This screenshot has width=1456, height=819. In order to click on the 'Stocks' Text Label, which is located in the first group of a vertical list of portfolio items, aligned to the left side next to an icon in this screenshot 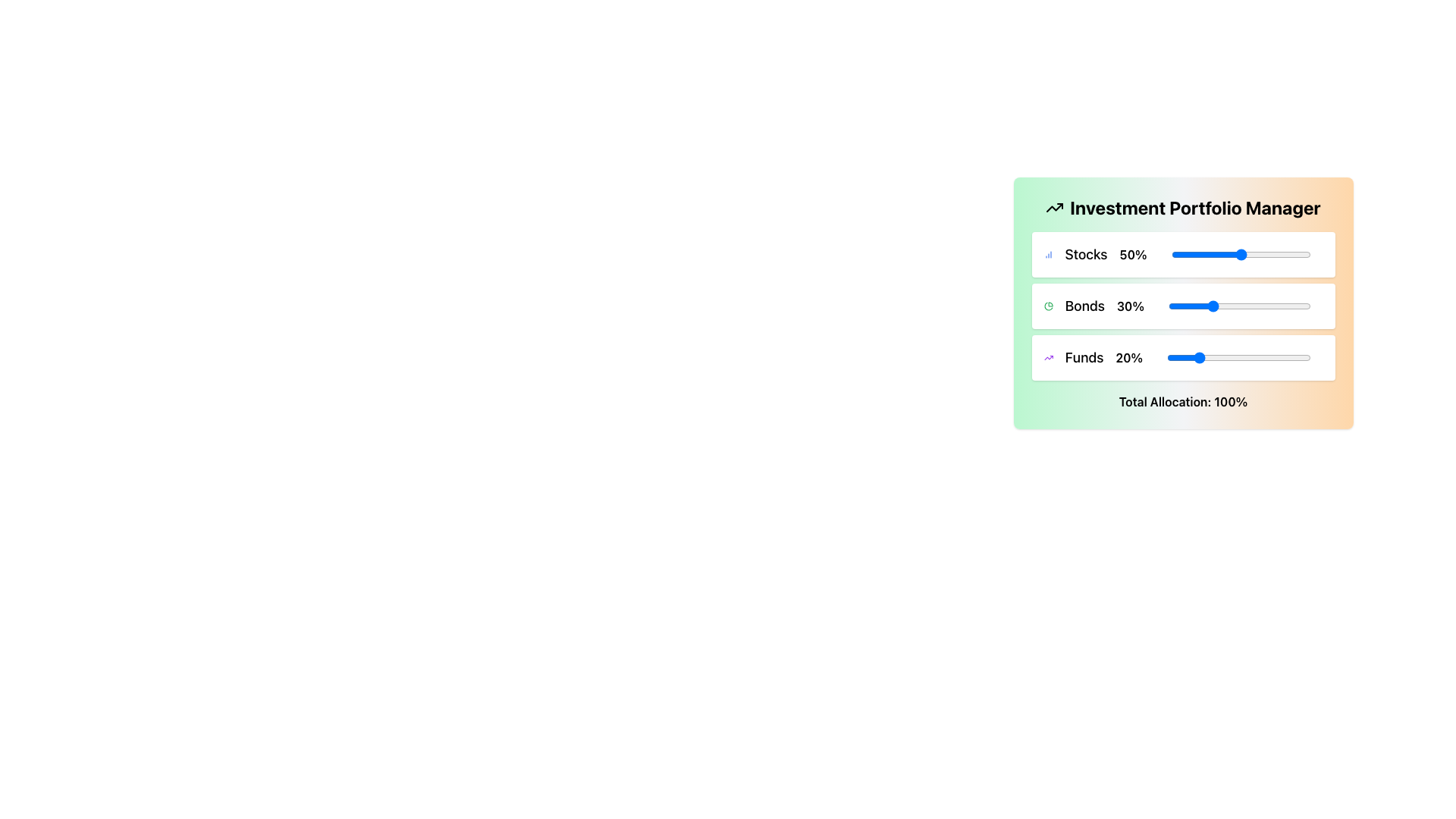, I will do `click(1085, 253)`.